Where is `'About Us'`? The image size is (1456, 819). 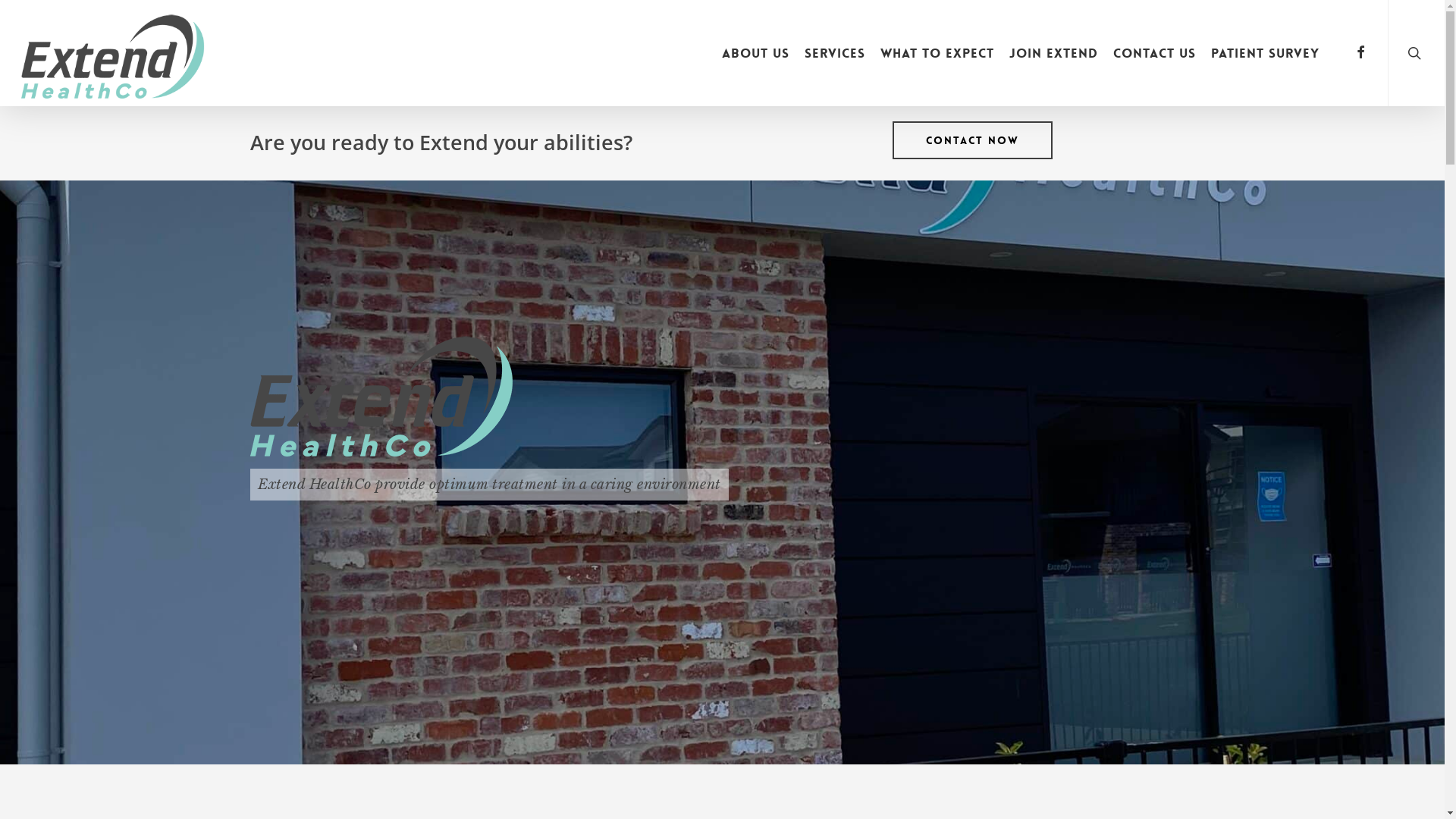
'About Us' is located at coordinates (755, 52).